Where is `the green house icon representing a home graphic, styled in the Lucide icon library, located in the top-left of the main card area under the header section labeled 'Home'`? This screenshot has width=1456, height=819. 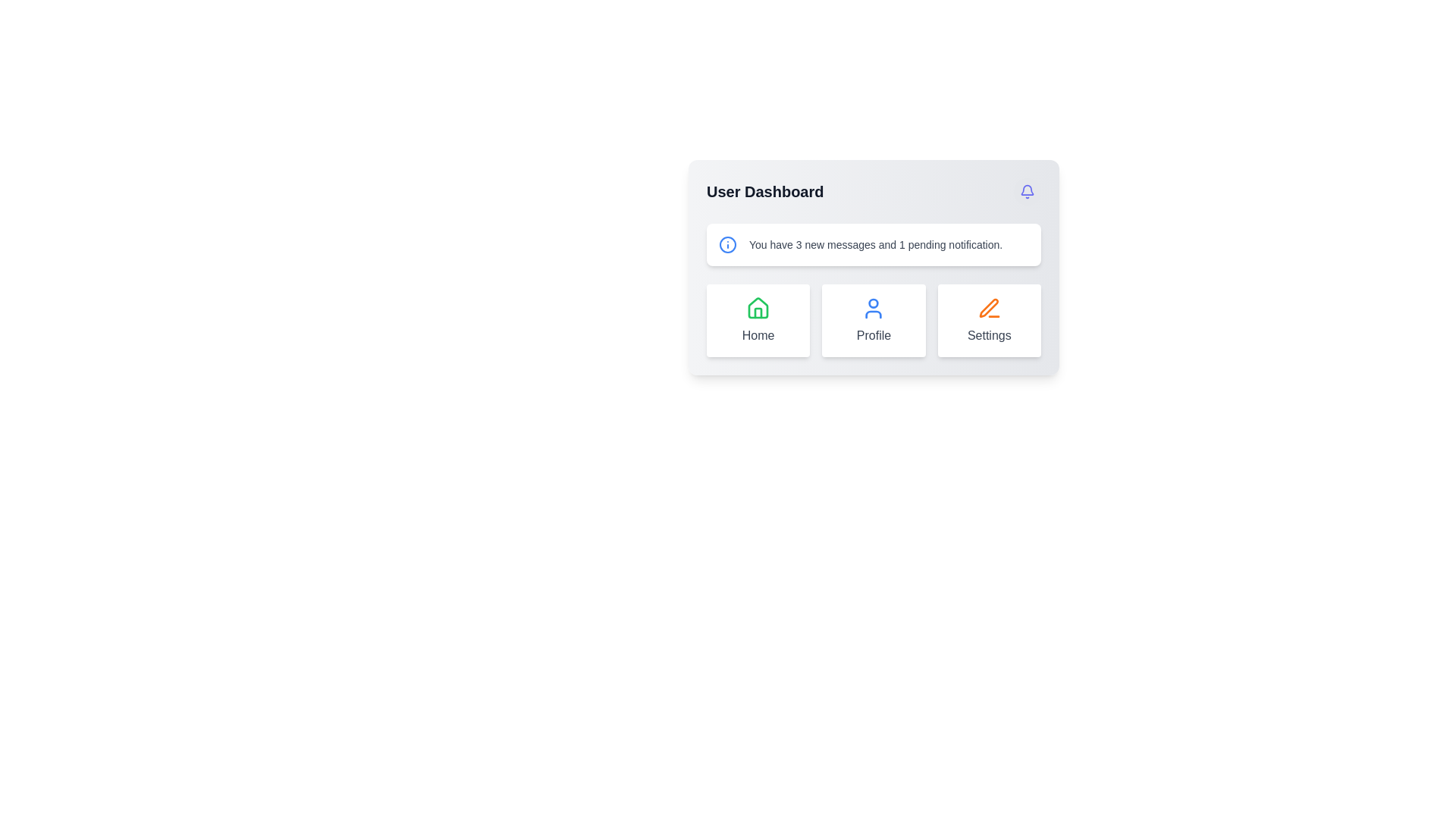 the green house icon representing a home graphic, styled in the Lucide icon library, located in the top-left of the main card area under the header section labeled 'Home' is located at coordinates (758, 308).